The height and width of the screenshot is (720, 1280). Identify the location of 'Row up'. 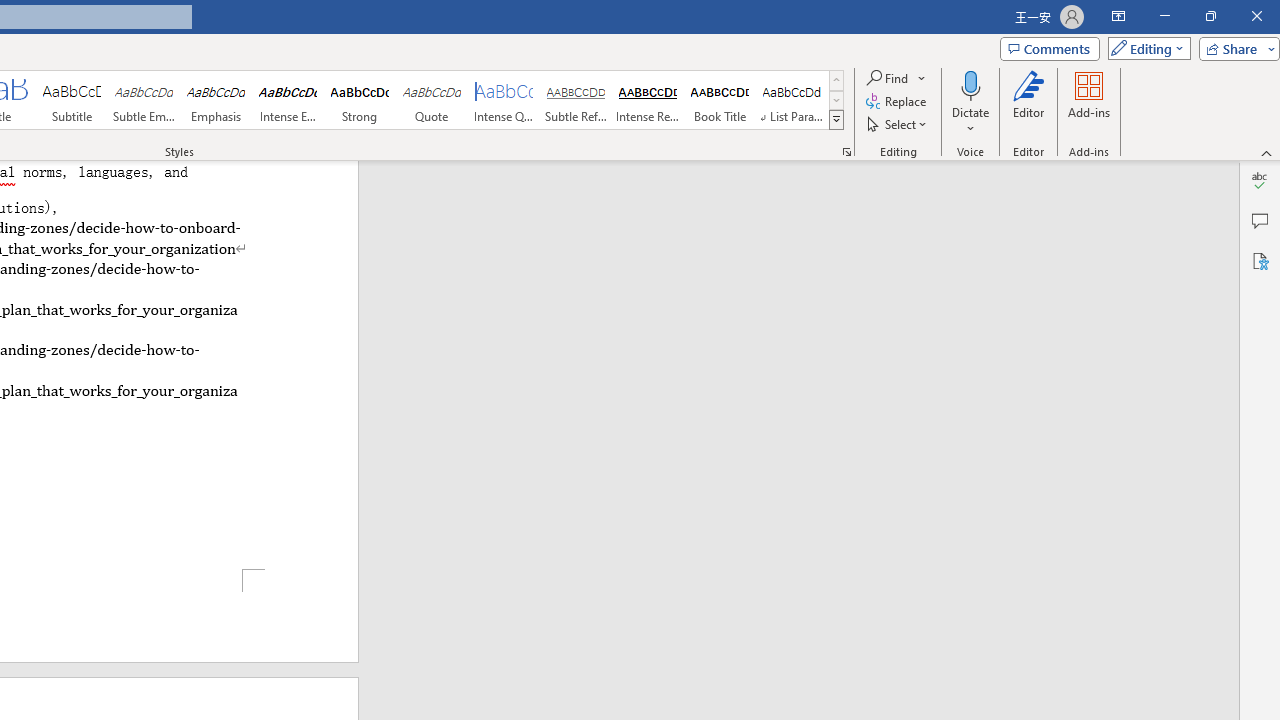
(836, 79).